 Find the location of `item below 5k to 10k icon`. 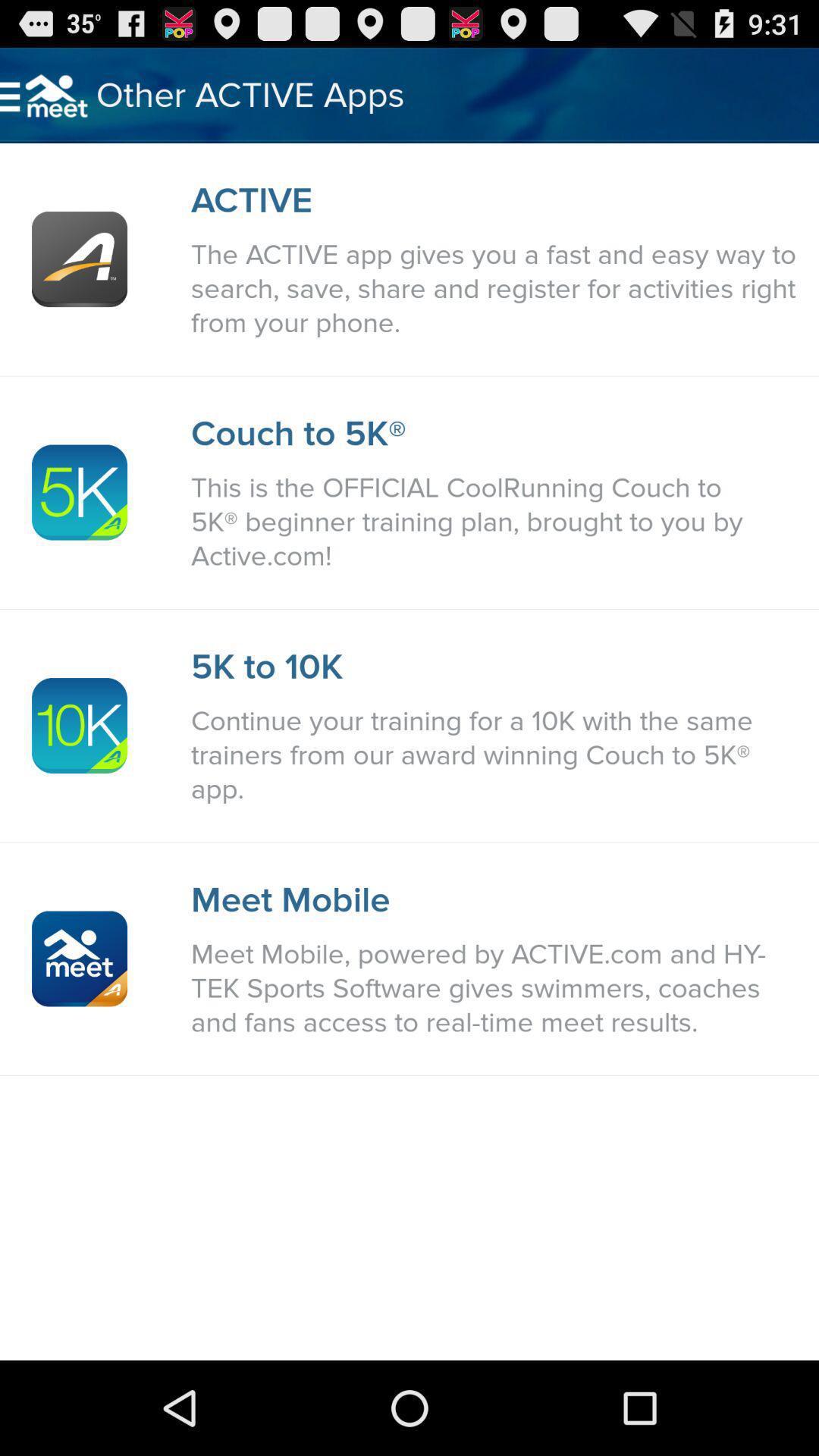

item below 5k to 10k icon is located at coordinates (497, 755).